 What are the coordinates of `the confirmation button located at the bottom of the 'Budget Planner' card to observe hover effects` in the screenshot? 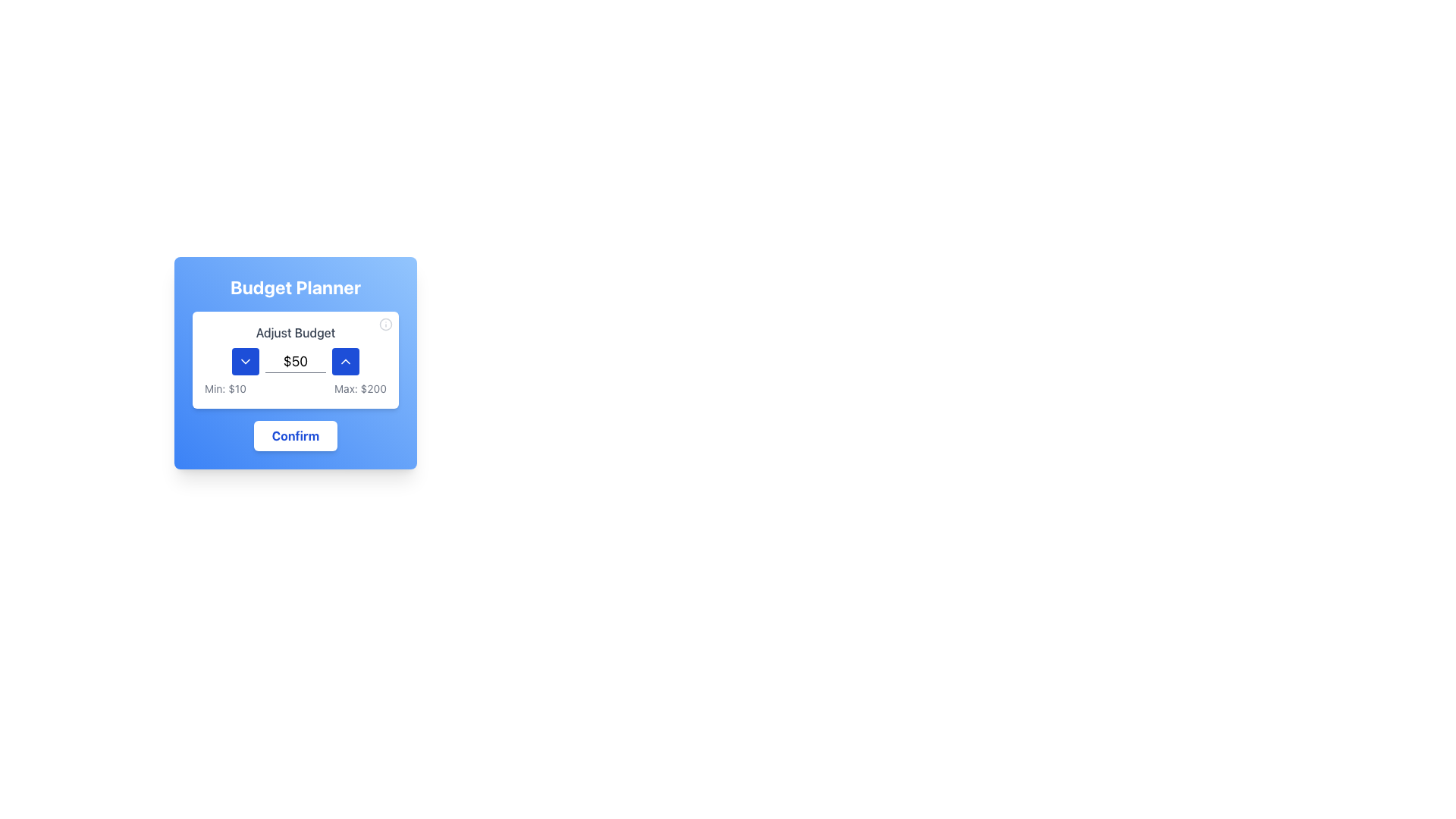 It's located at (295, 435).